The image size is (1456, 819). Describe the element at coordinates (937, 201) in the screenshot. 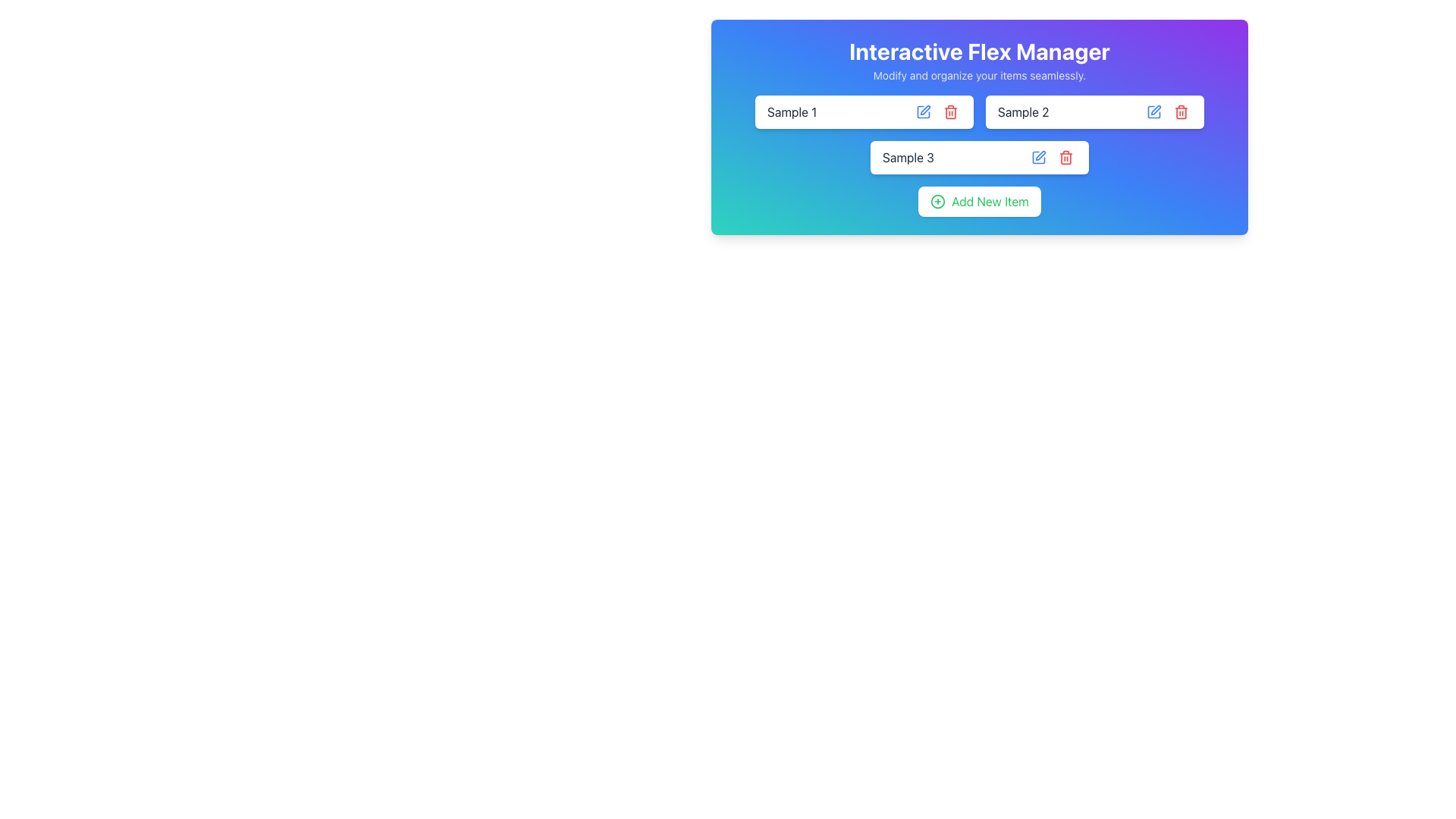

I see `the icon next to the 'Add New Item' button, which serves as a visual indicator for adding a new item` at that location.